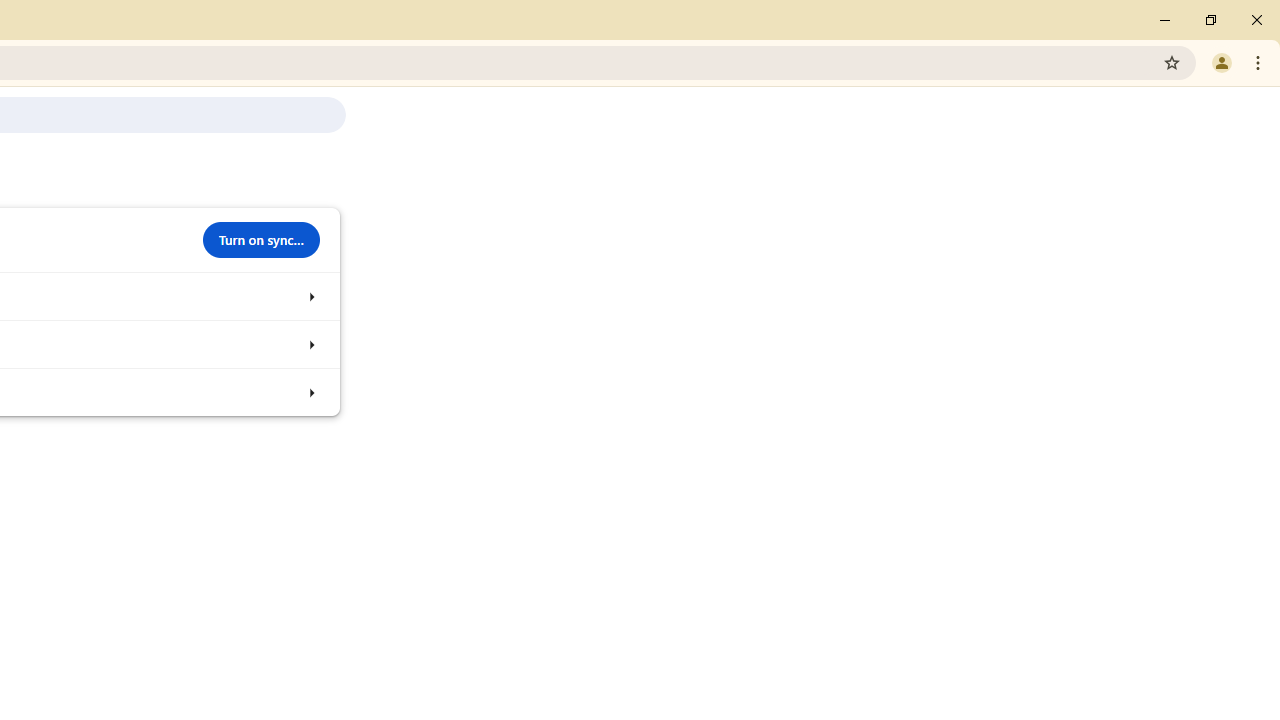  Describe the element at coordinates (310, 296) in the screenshot. I see `'Sync and Google services'` at that location.